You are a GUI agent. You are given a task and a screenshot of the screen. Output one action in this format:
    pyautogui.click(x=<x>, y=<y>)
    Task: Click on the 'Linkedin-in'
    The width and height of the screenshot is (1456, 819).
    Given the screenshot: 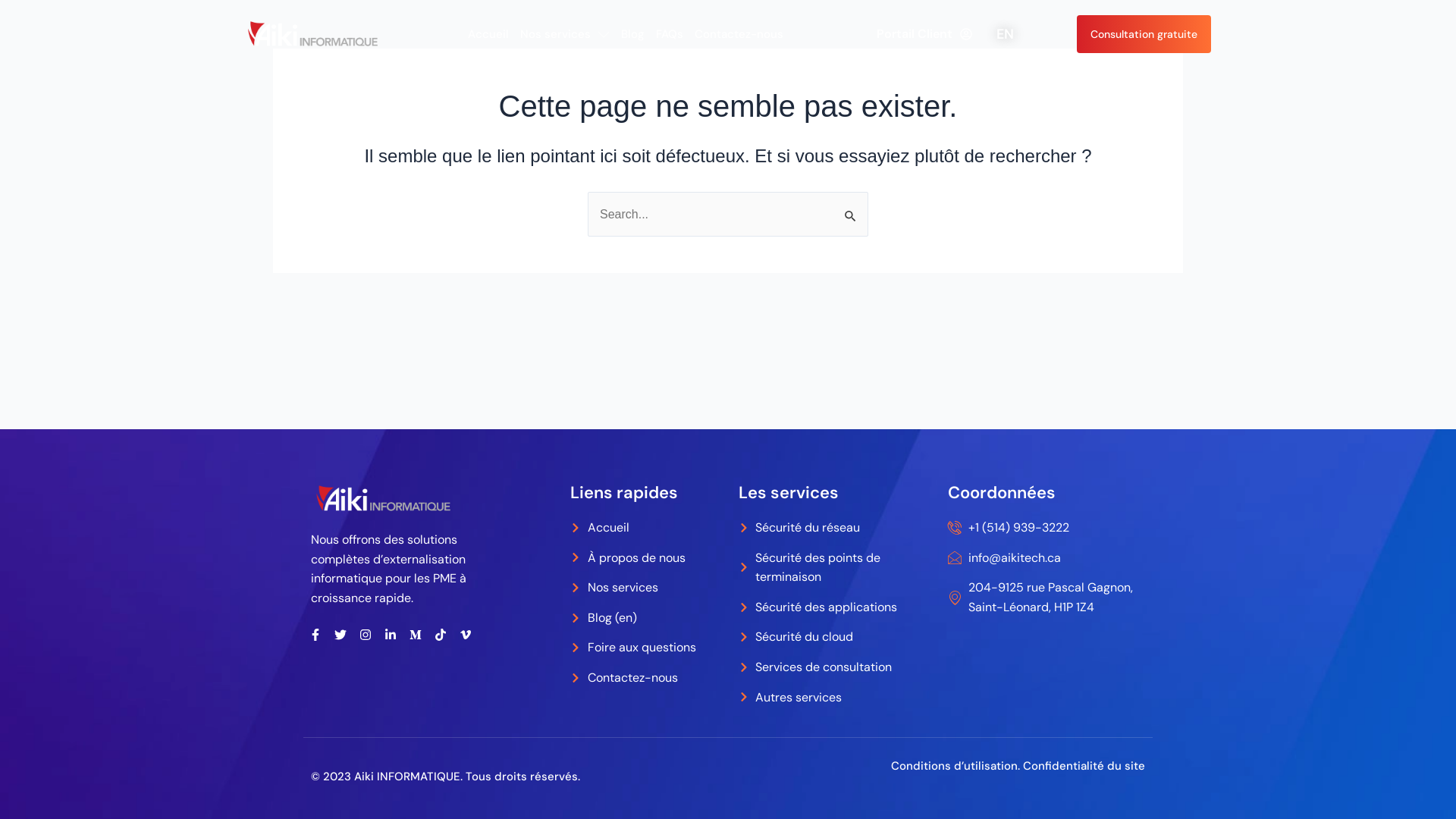 What is the action you would take?
    pyautogui.click(x=390, y=635)
    